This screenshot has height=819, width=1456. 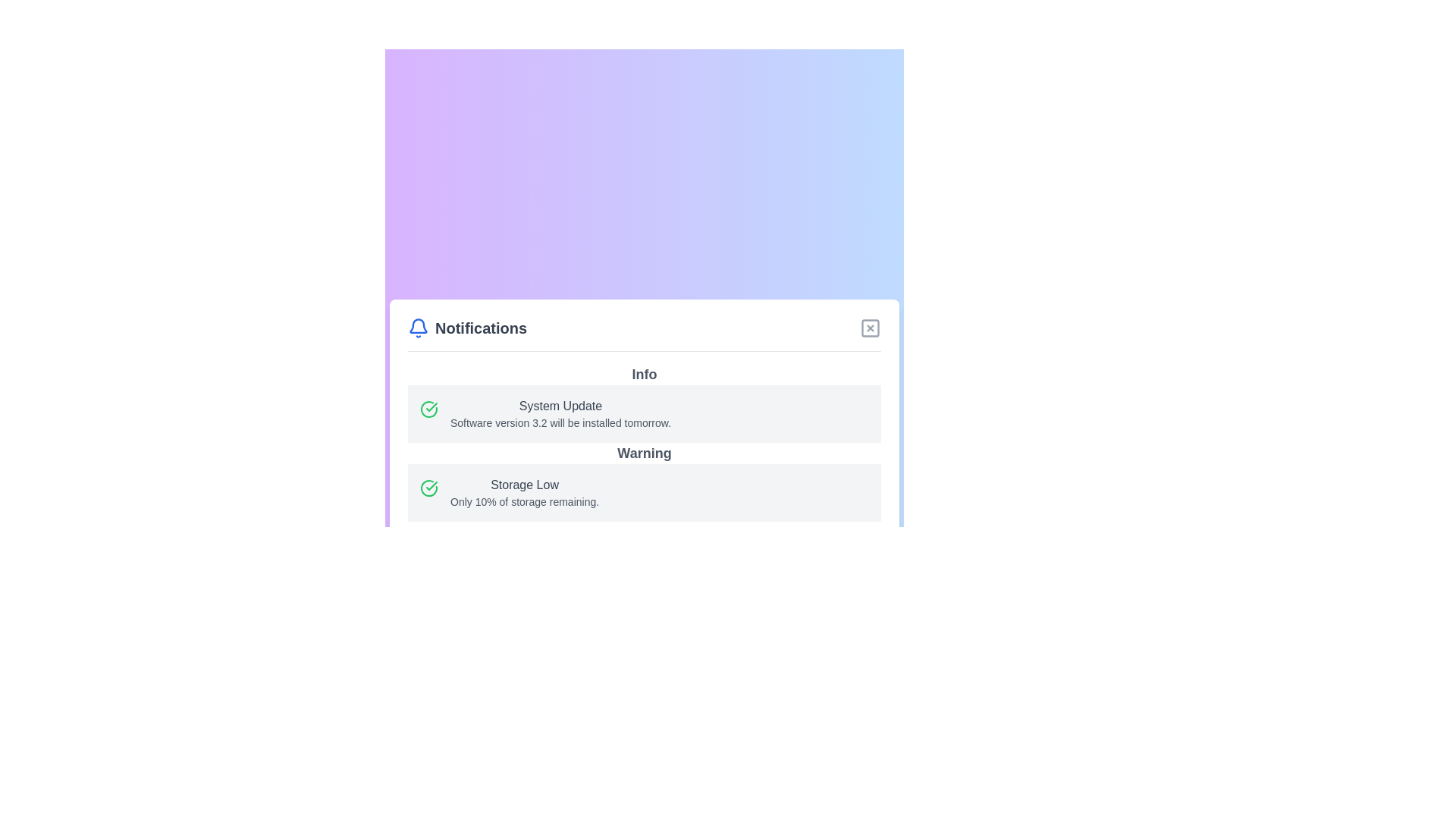 I want to click on text from the notification titled 'System Update' that informs about 'Software version 3.2 will be installed tomorrow.', so click(x=560, y=413).